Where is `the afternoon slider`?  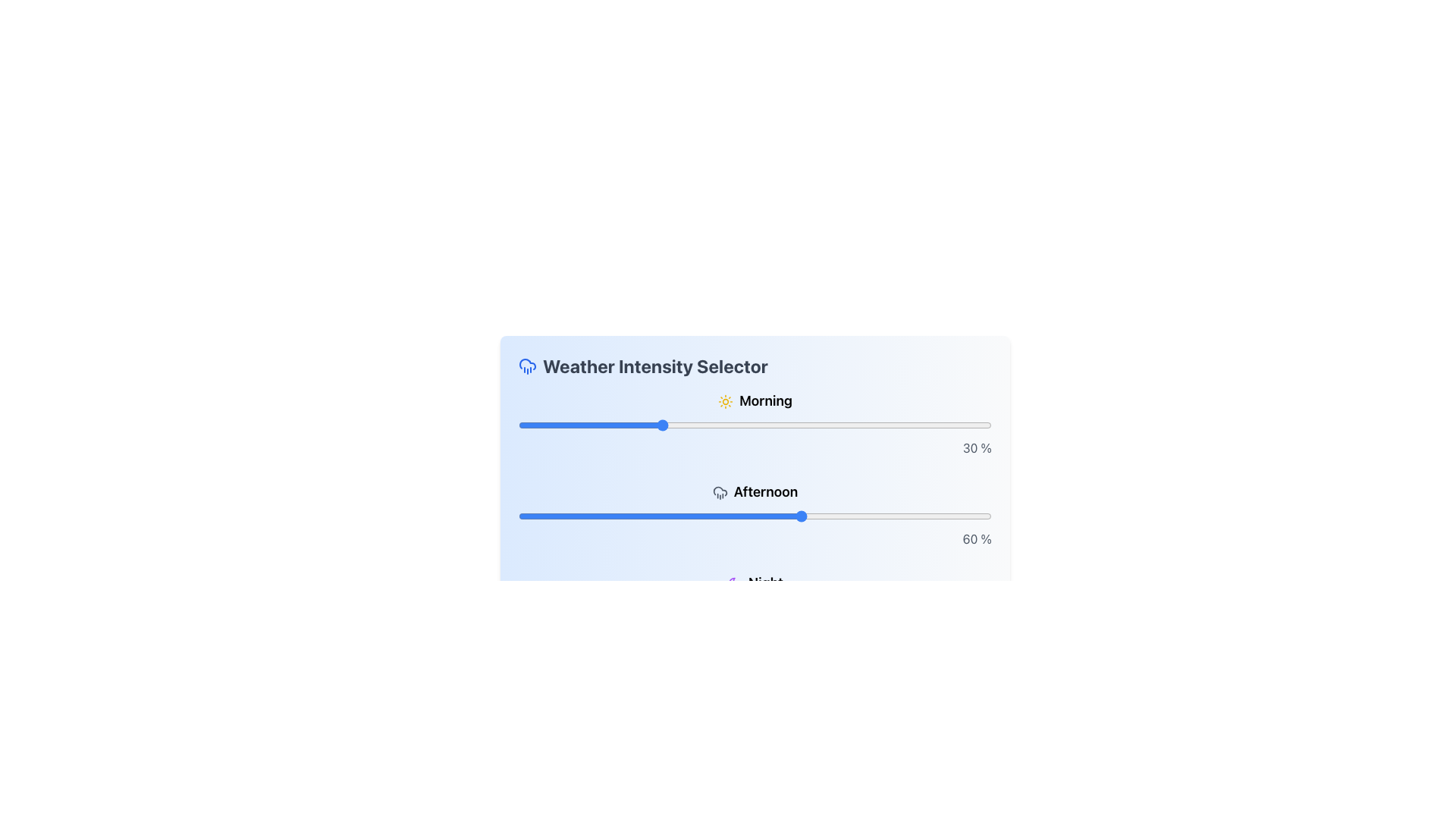
the afternoon slider is located at coordinates (897, 516).